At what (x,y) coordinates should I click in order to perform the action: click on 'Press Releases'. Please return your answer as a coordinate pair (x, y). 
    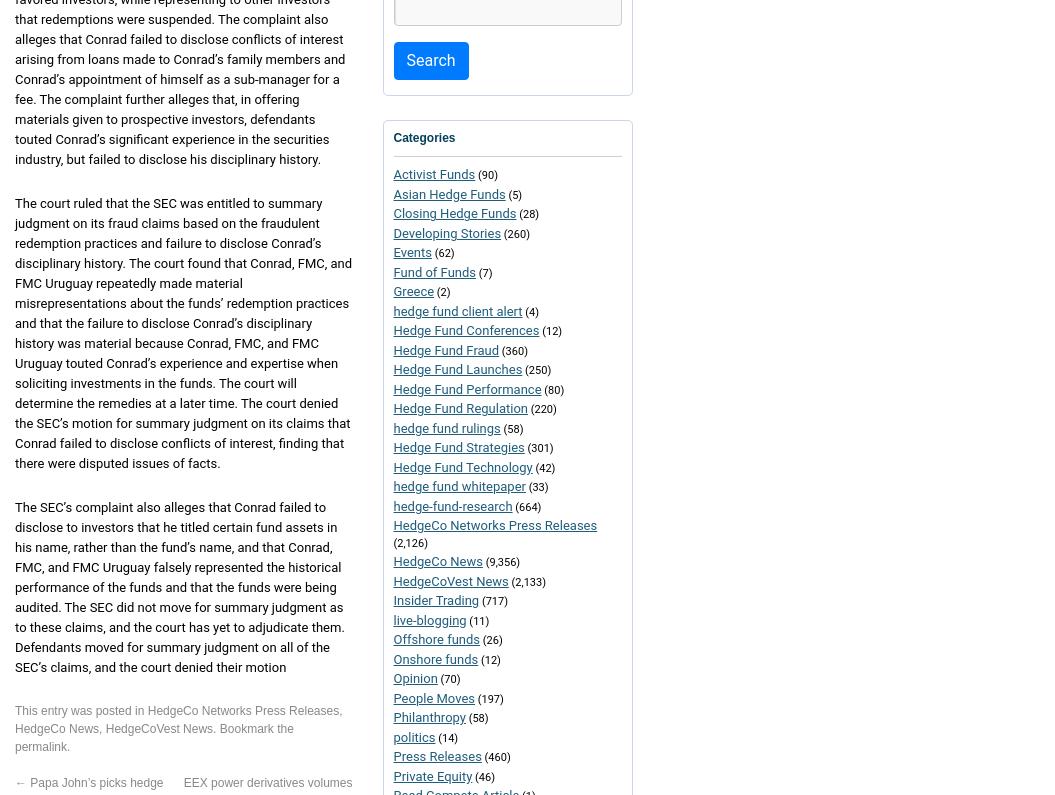
    Looking at the image, I should click on (435, 755).